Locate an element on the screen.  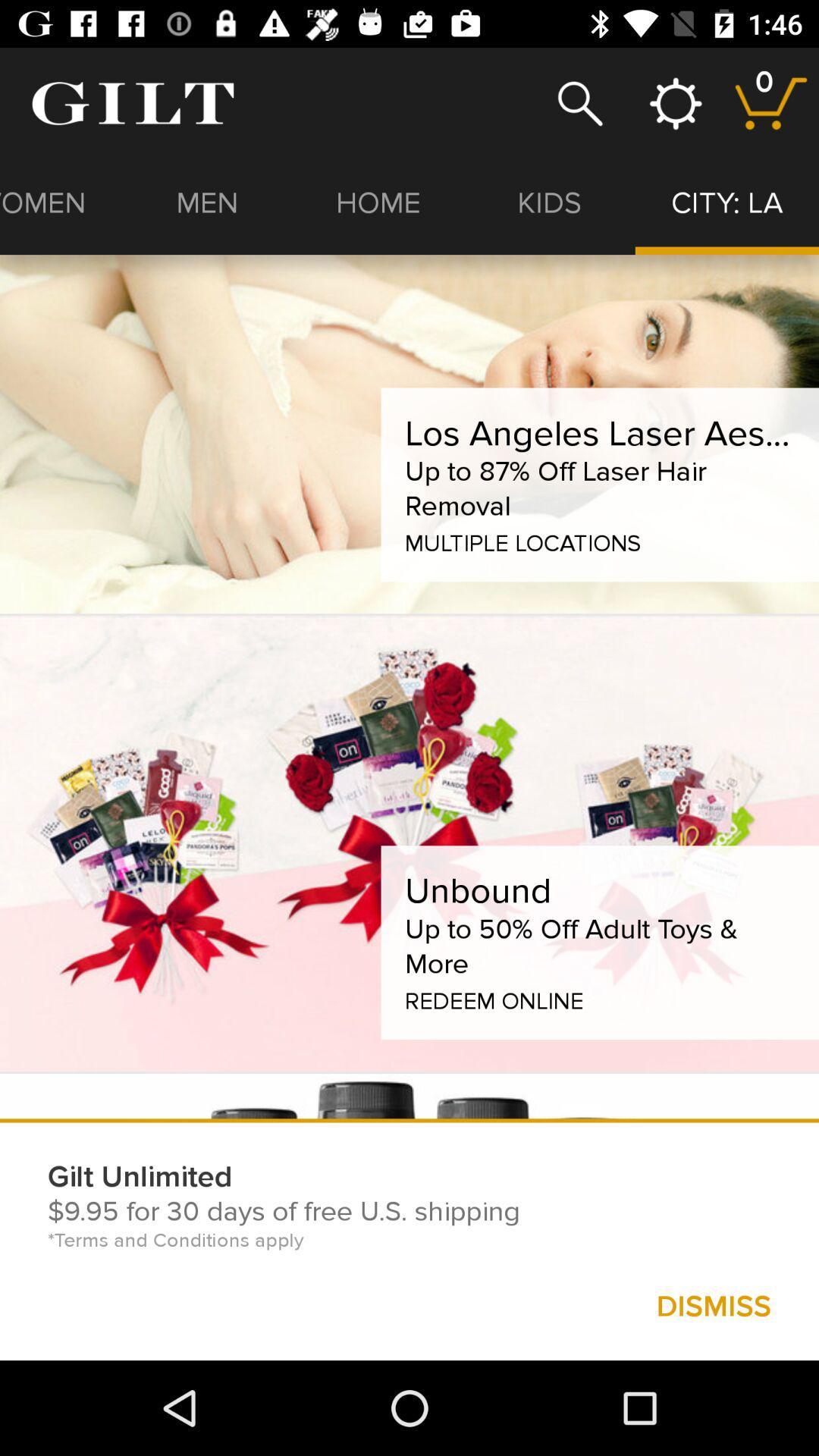
item below the terms and conditions is located at coordinates (714, 1305).